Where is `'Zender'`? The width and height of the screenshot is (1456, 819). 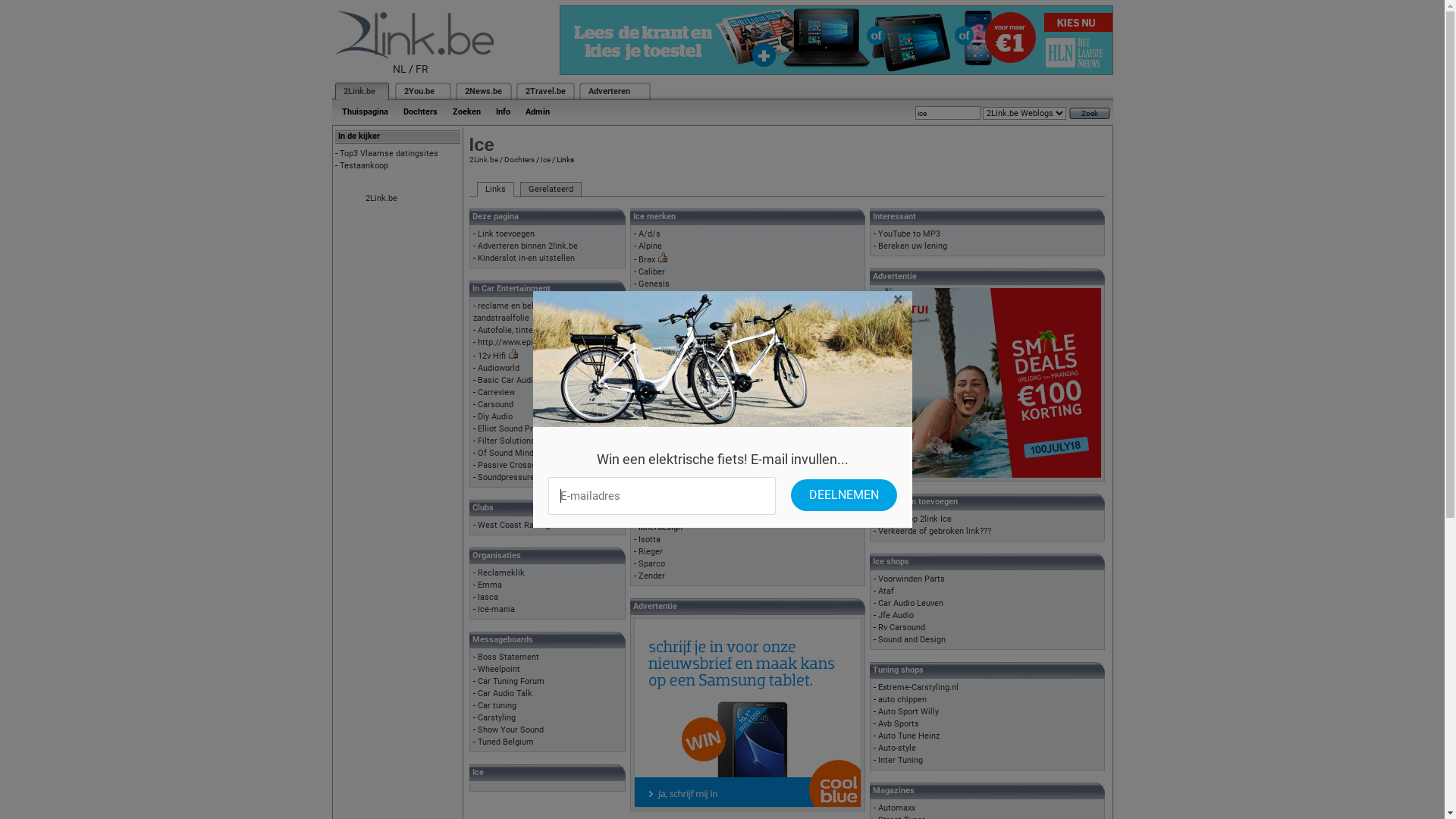 'Zender' is located at coordinates (651, 576).